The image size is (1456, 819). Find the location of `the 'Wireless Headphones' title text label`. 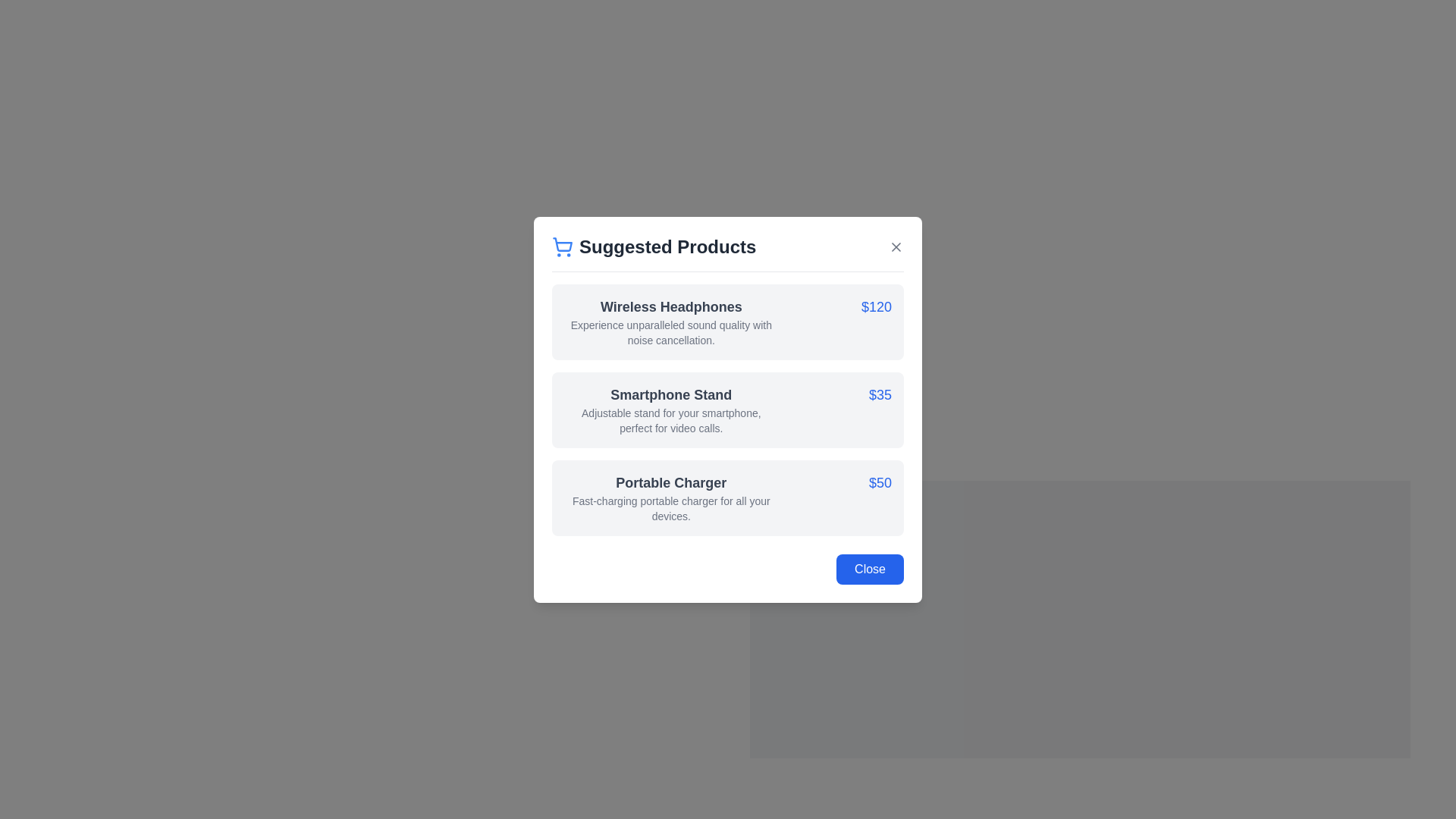

the 'Wireless Headphones' title text label is located at coordinates (670, 306).